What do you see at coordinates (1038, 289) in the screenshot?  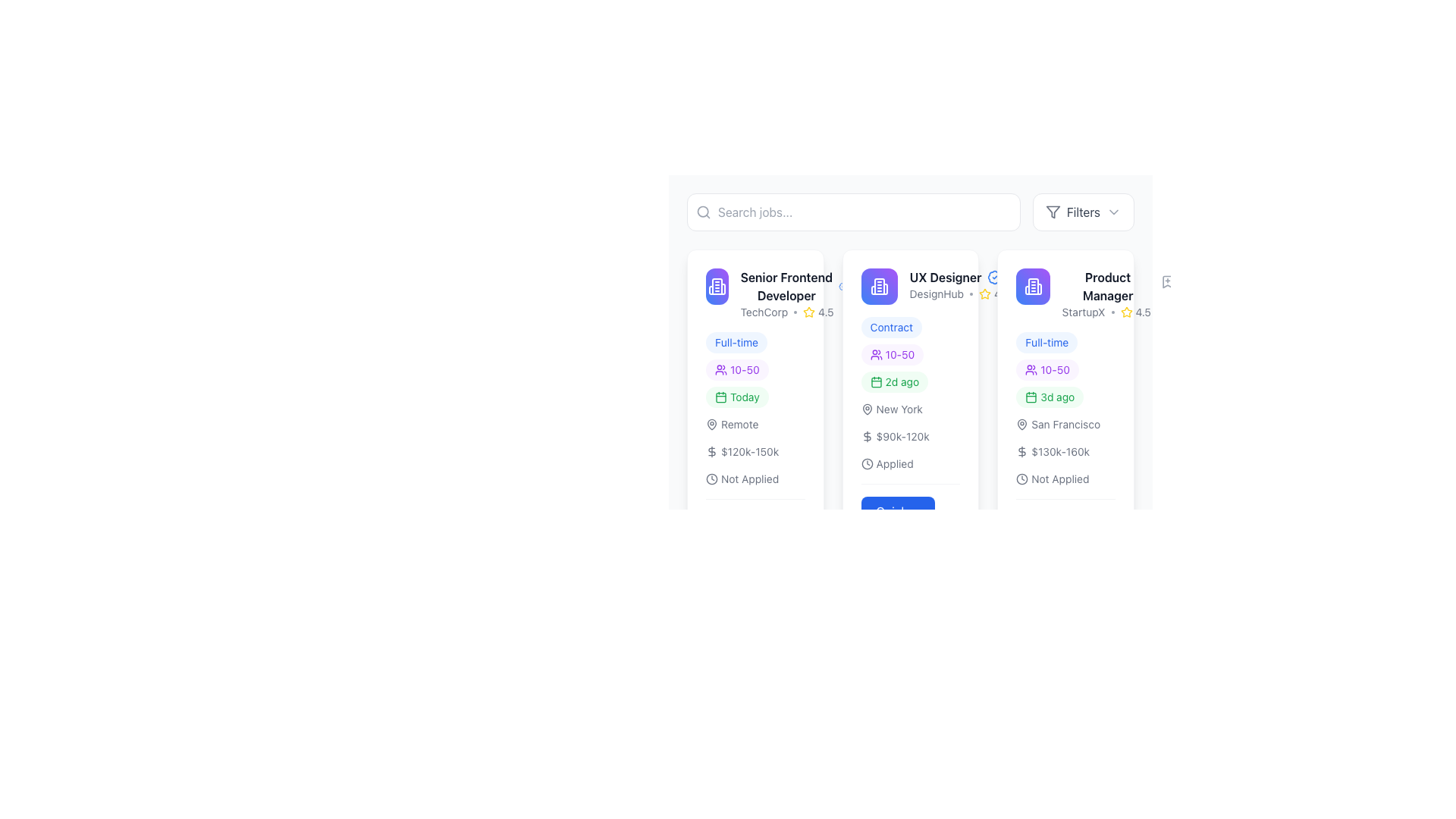 I see `the right extension of the building icon within the SVG graphic that is part of the job posting card for 'Product Manager'` at bounding box center [1038, 289].